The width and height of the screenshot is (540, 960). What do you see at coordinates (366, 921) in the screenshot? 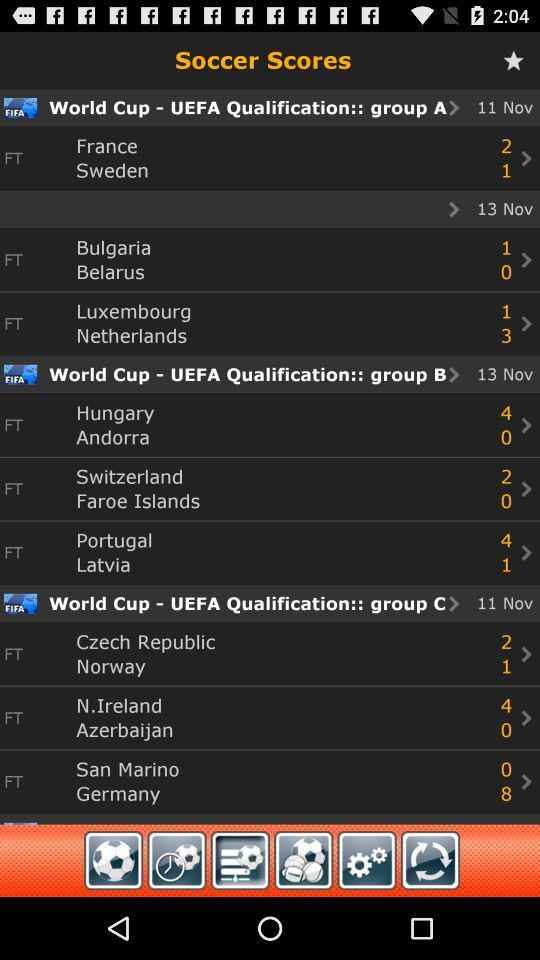
I see `the settings icon` at bounding box center [366, 921].